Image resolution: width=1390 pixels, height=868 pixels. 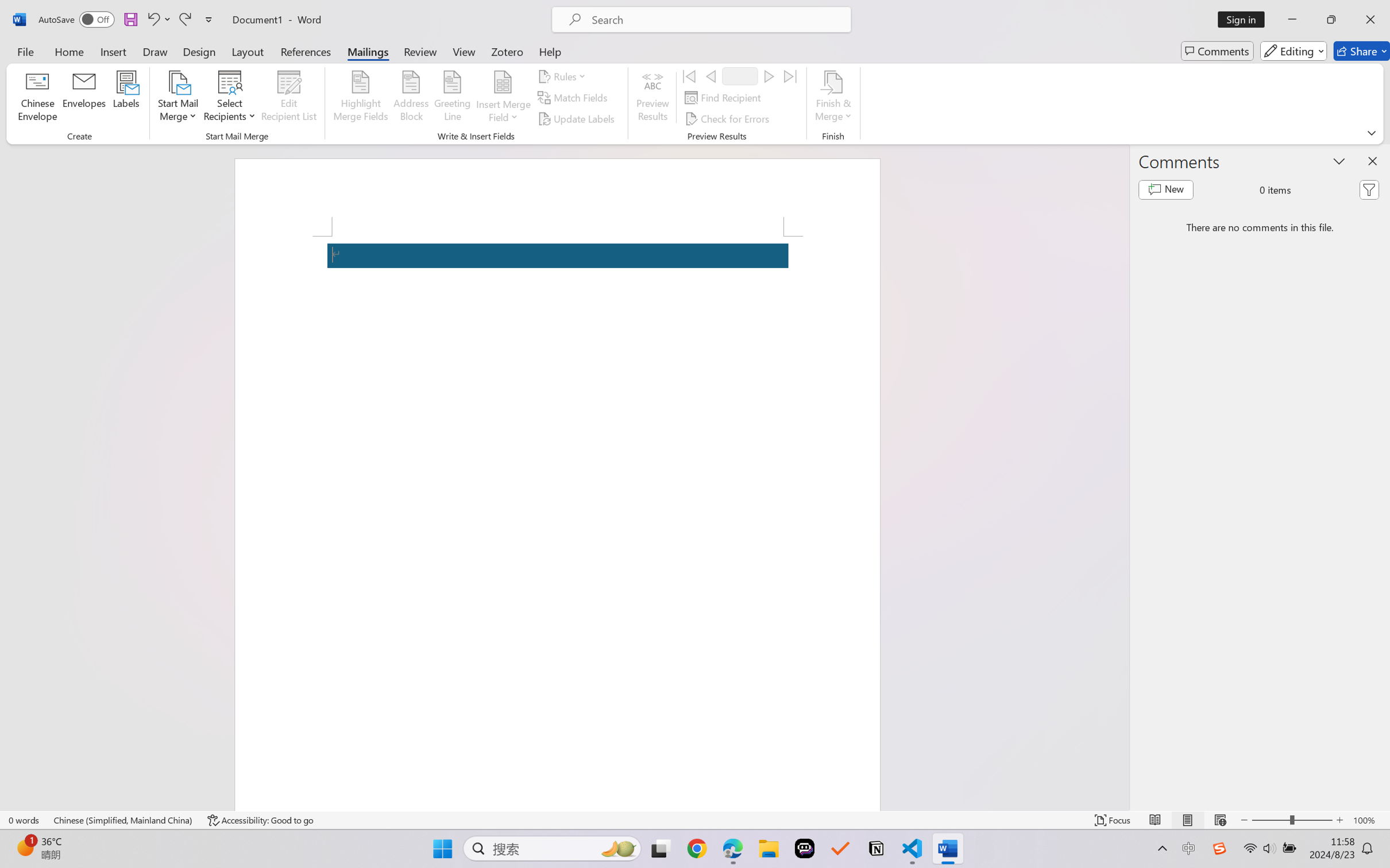 What do you see at coordinates (157, 19) in the screenshot?
I see `'Undo Apply Quick Style Set'` at bounding box center [157, 19].